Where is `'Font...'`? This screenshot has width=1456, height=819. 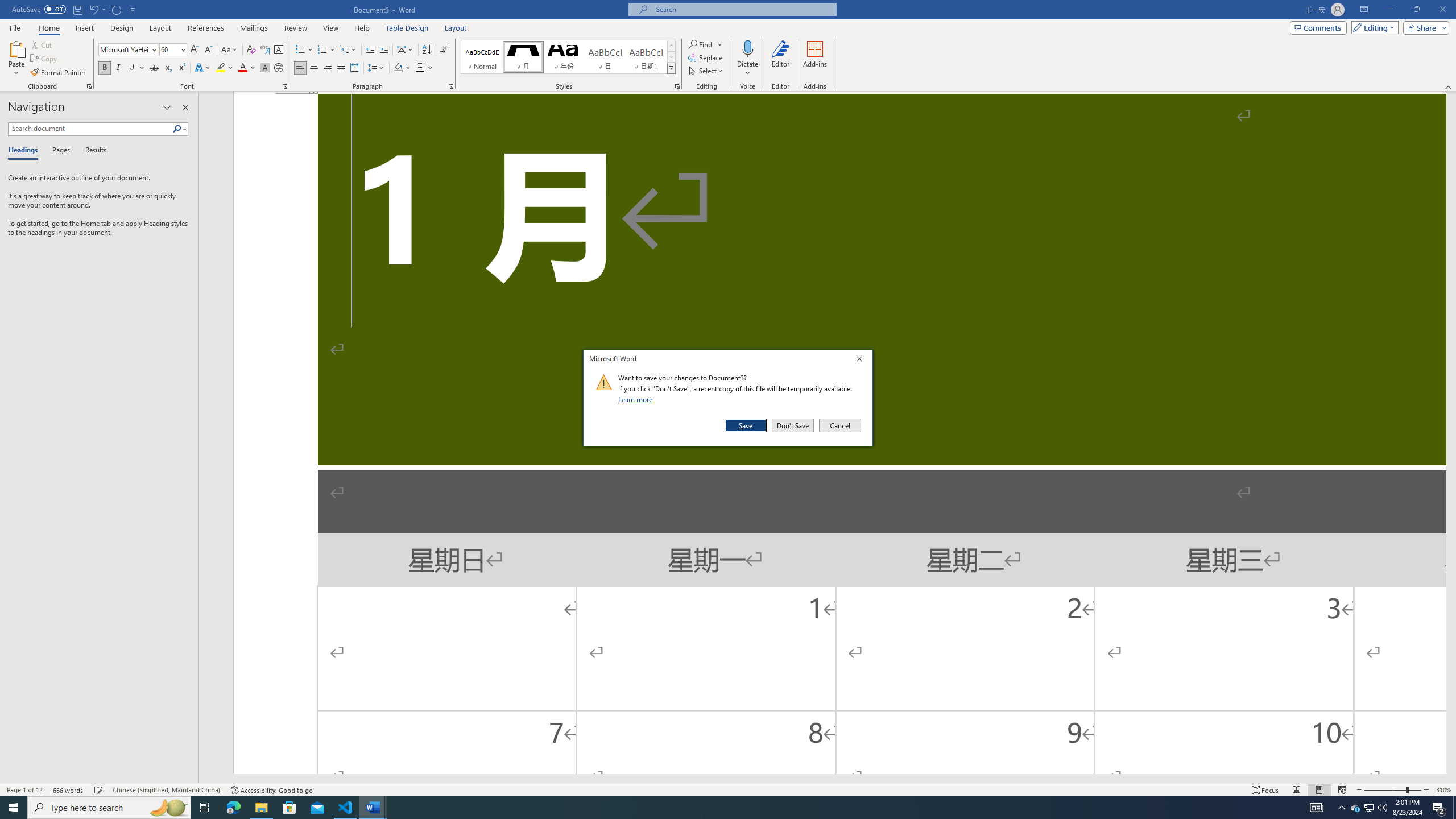 'Font...' is located at coordinates (285, 85).